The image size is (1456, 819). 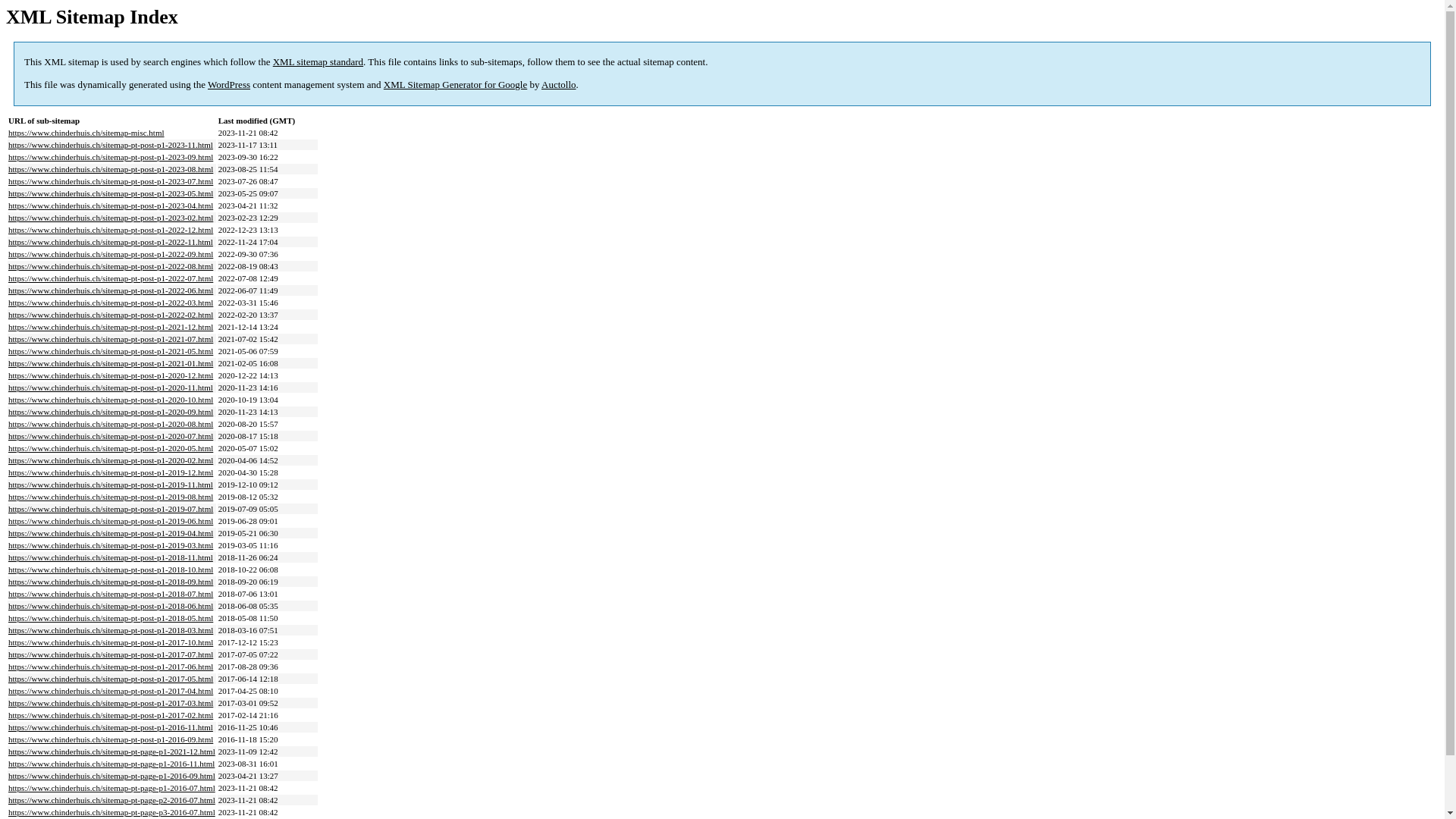 I want to click on 'https://www.chinderhuis.ch/sitemap-pt-post-p1-2019-06.html', so click(x=109, y=519).